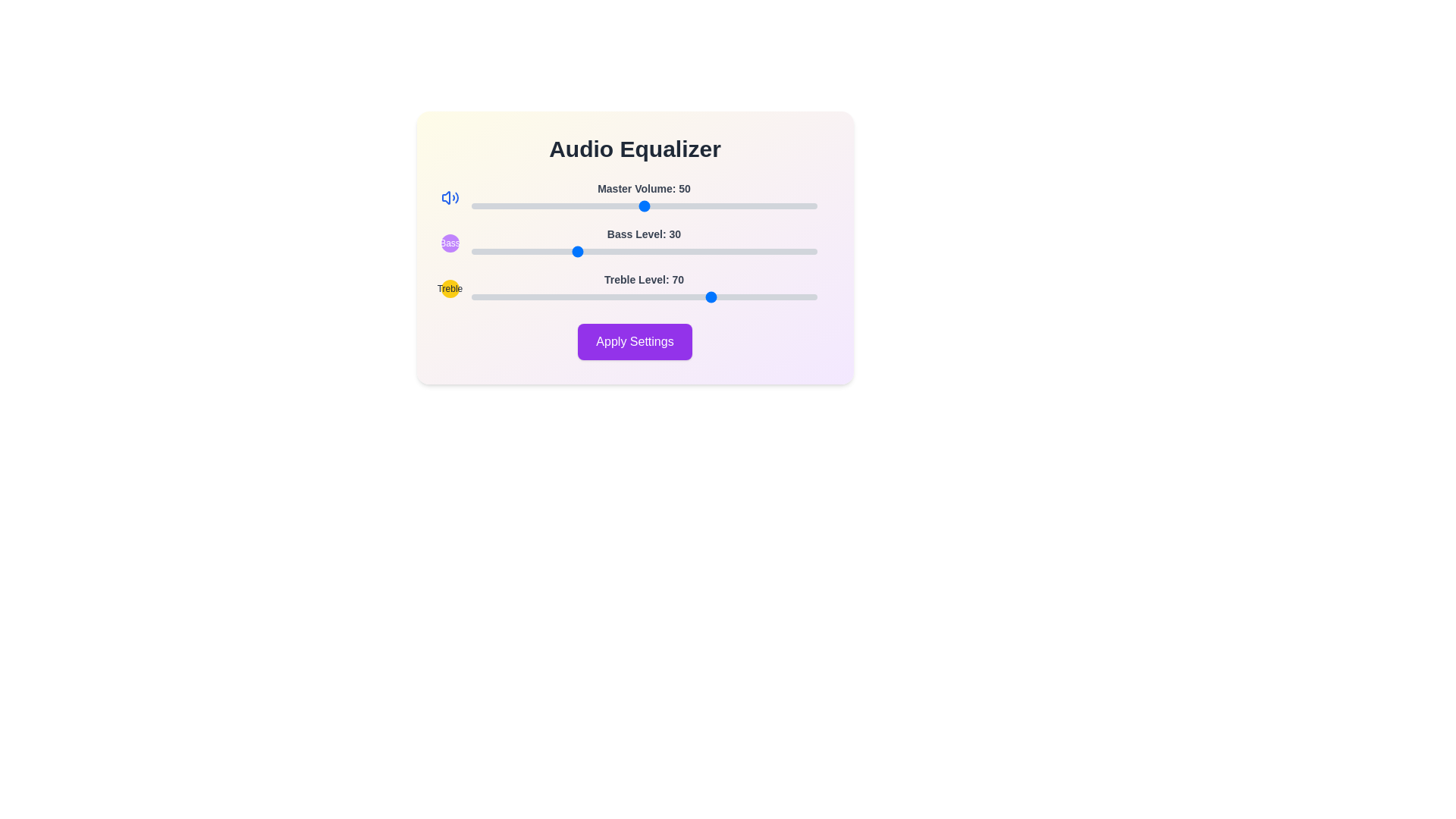 This screenshot has height=819, width=1456. I want to click on bass level, so click(591, 250).